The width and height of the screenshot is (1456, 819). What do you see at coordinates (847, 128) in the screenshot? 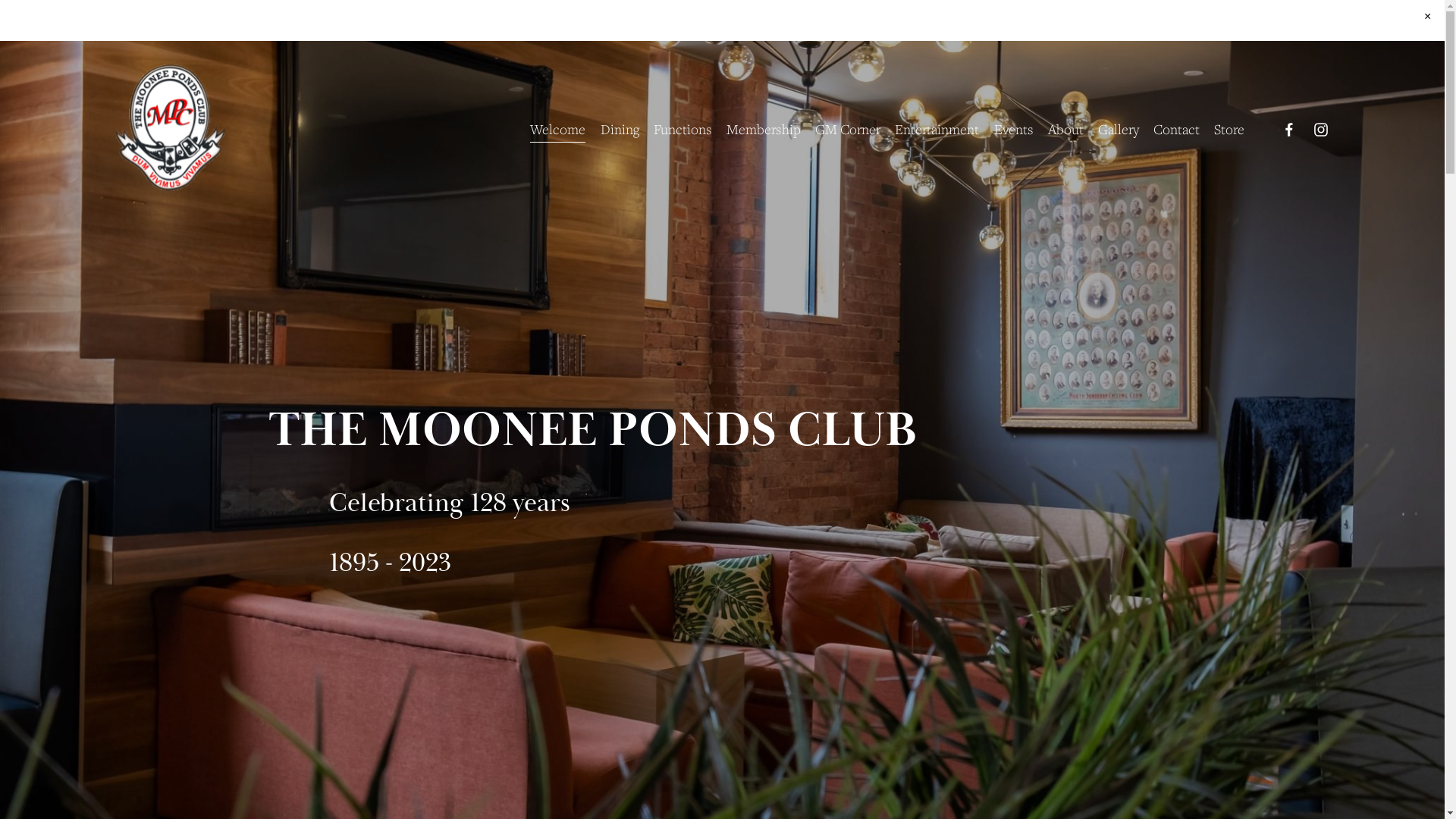
I see `'GM Corner'` at bounding box center [847, 128].